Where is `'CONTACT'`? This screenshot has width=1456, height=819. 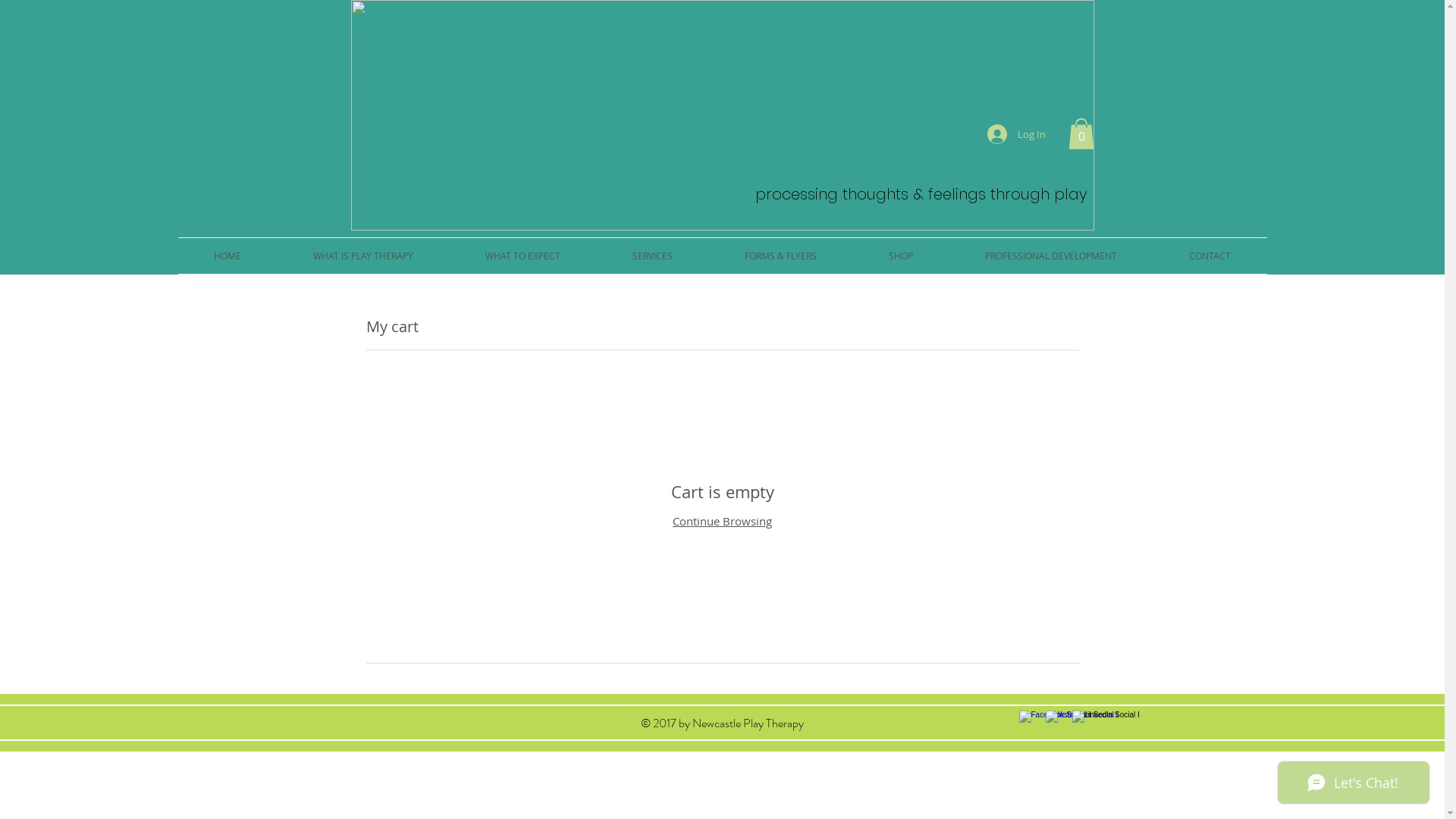
'CONTACT' is located at coordinates (1208, 255).